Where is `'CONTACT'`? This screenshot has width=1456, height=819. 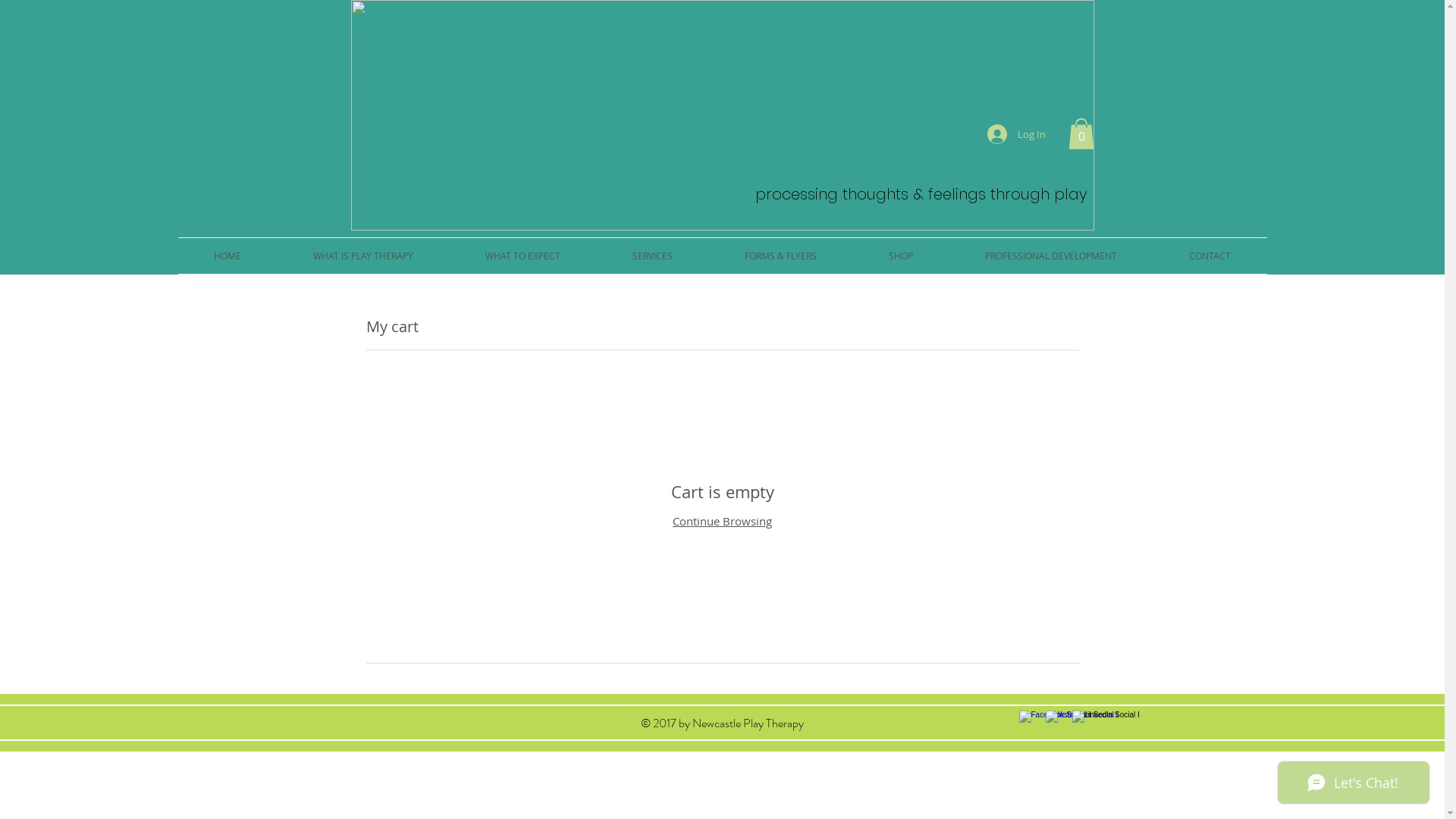
'CONTACT' is located at coordinates (1208, 255).